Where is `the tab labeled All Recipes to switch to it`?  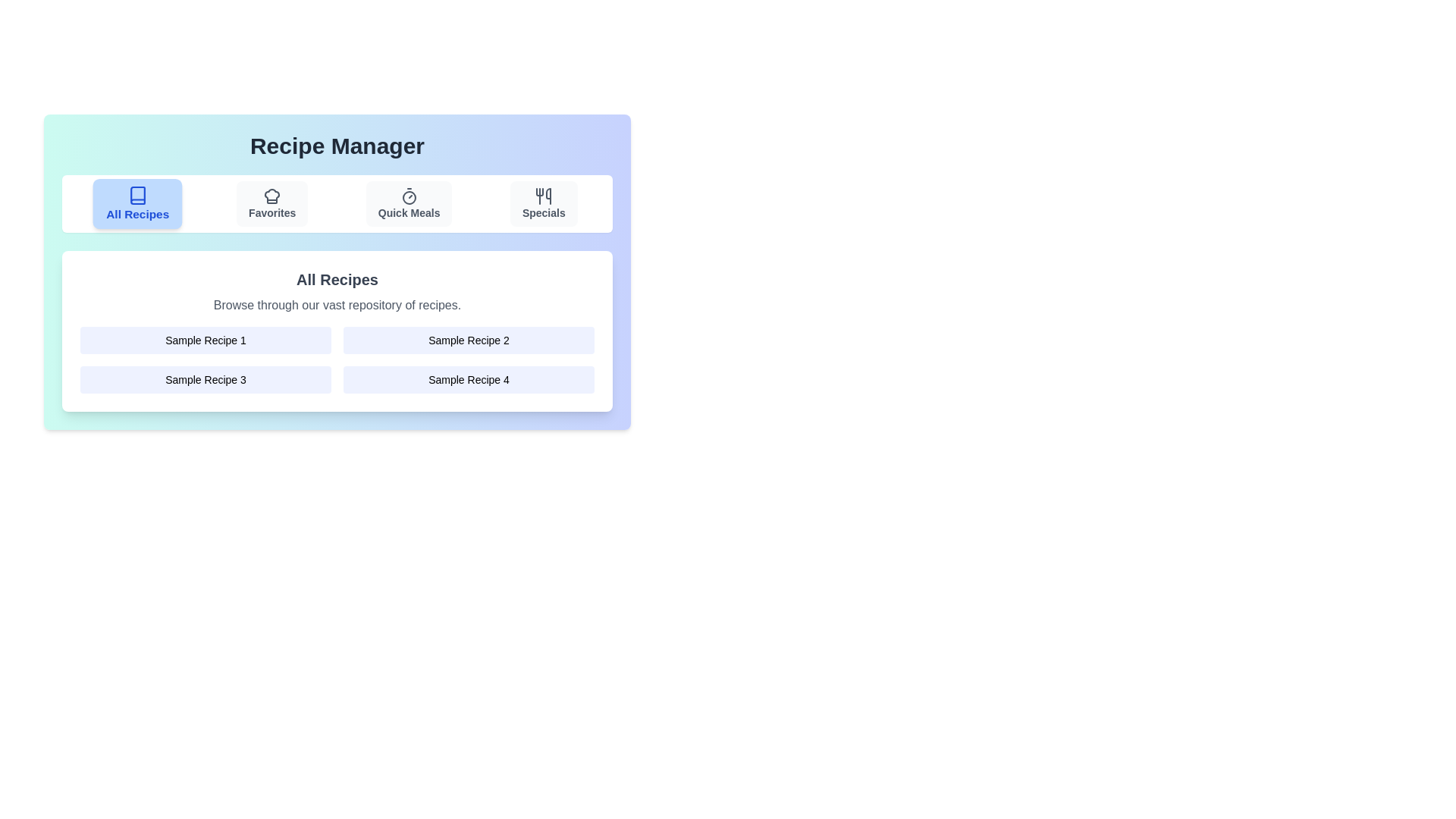 the tab labeled All Recipes to switch to it is located at coordinates (138, 203).